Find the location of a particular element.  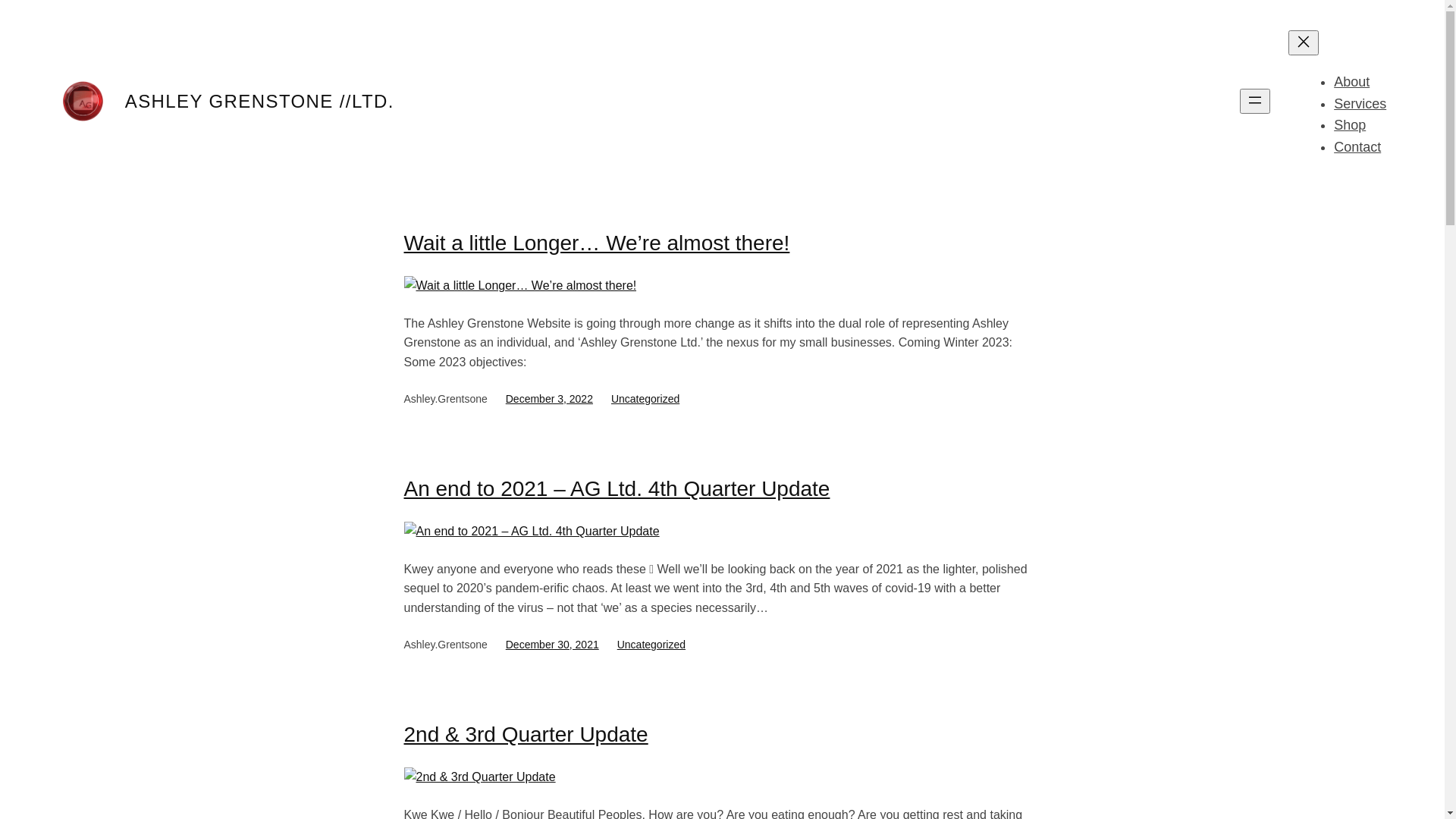

'Shop' is located at coordinates (1350, 124).